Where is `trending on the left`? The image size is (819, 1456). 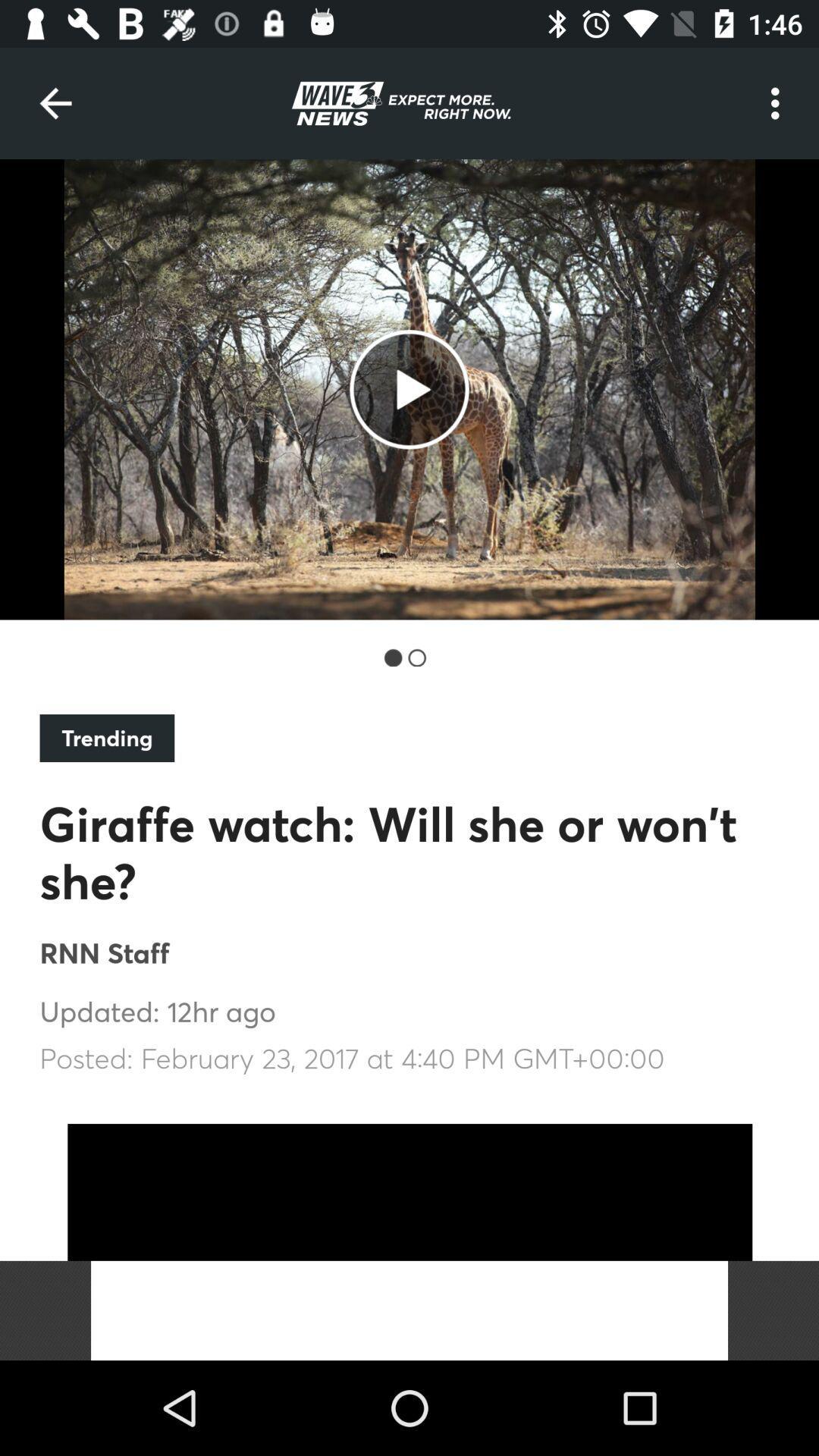
trending on the left is located at coordinates (106, 738).